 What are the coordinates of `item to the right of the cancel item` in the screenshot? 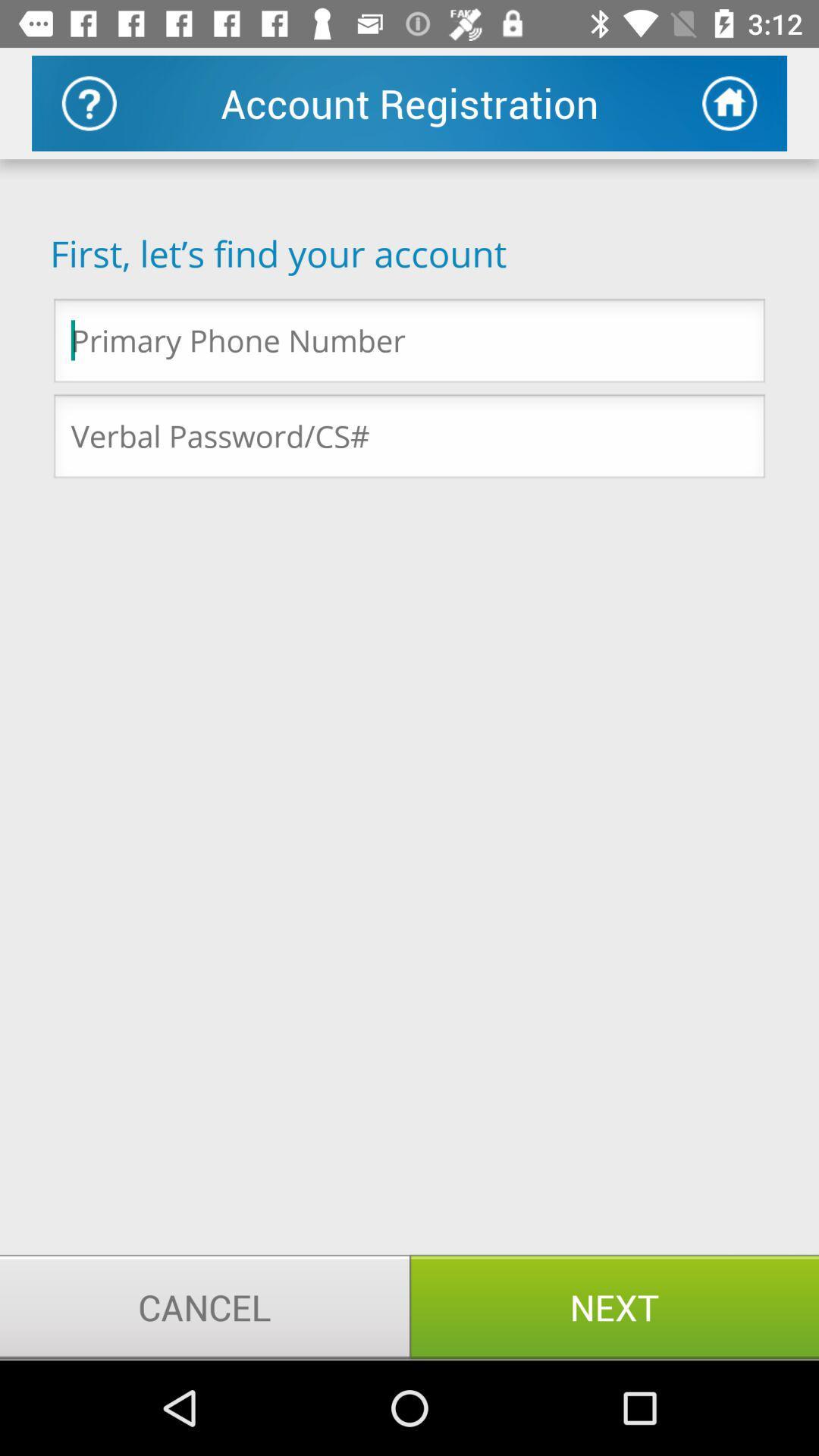 It's located at (614, 1306).